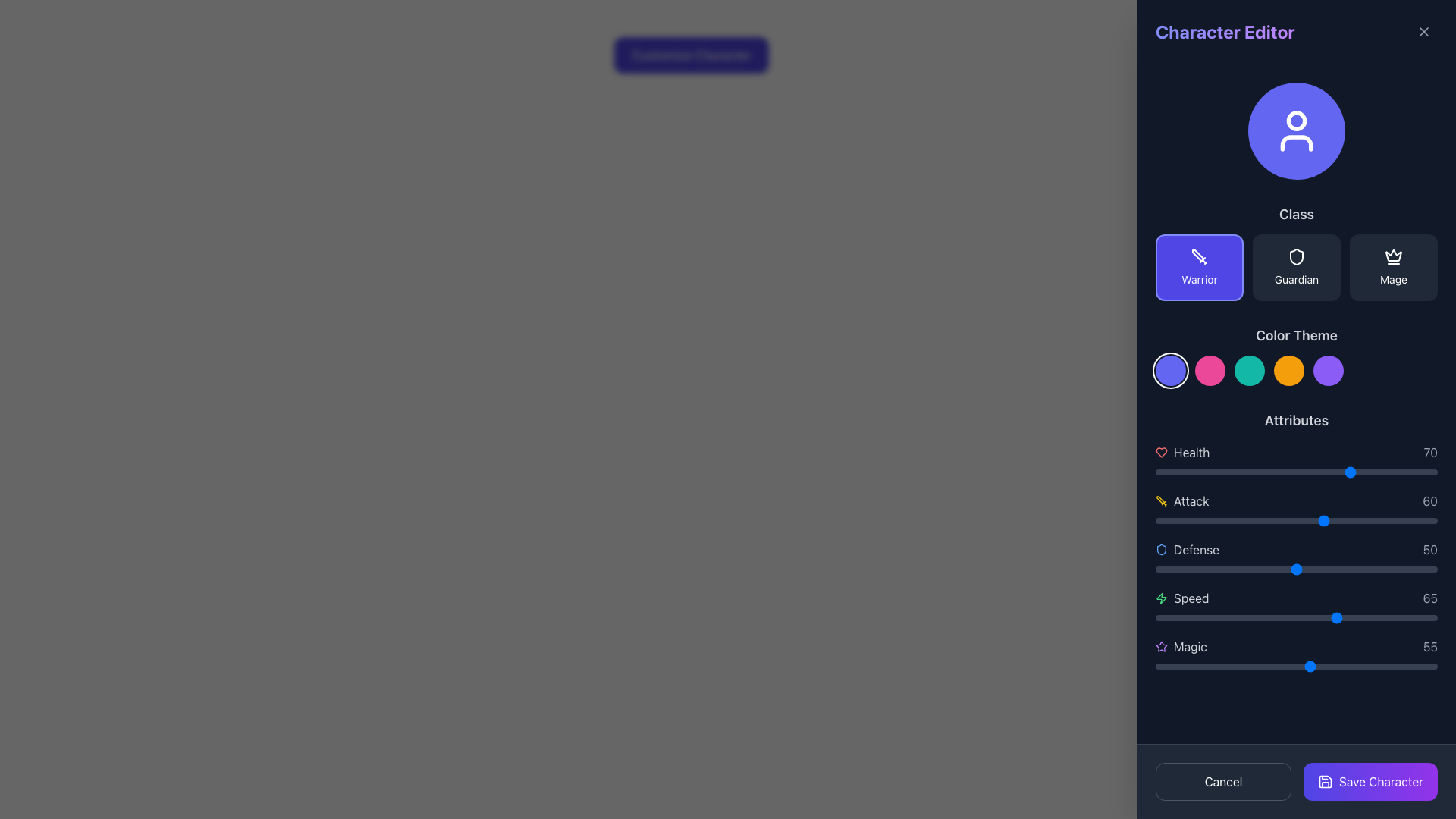  I want to click on health value, so click(1411, 472).